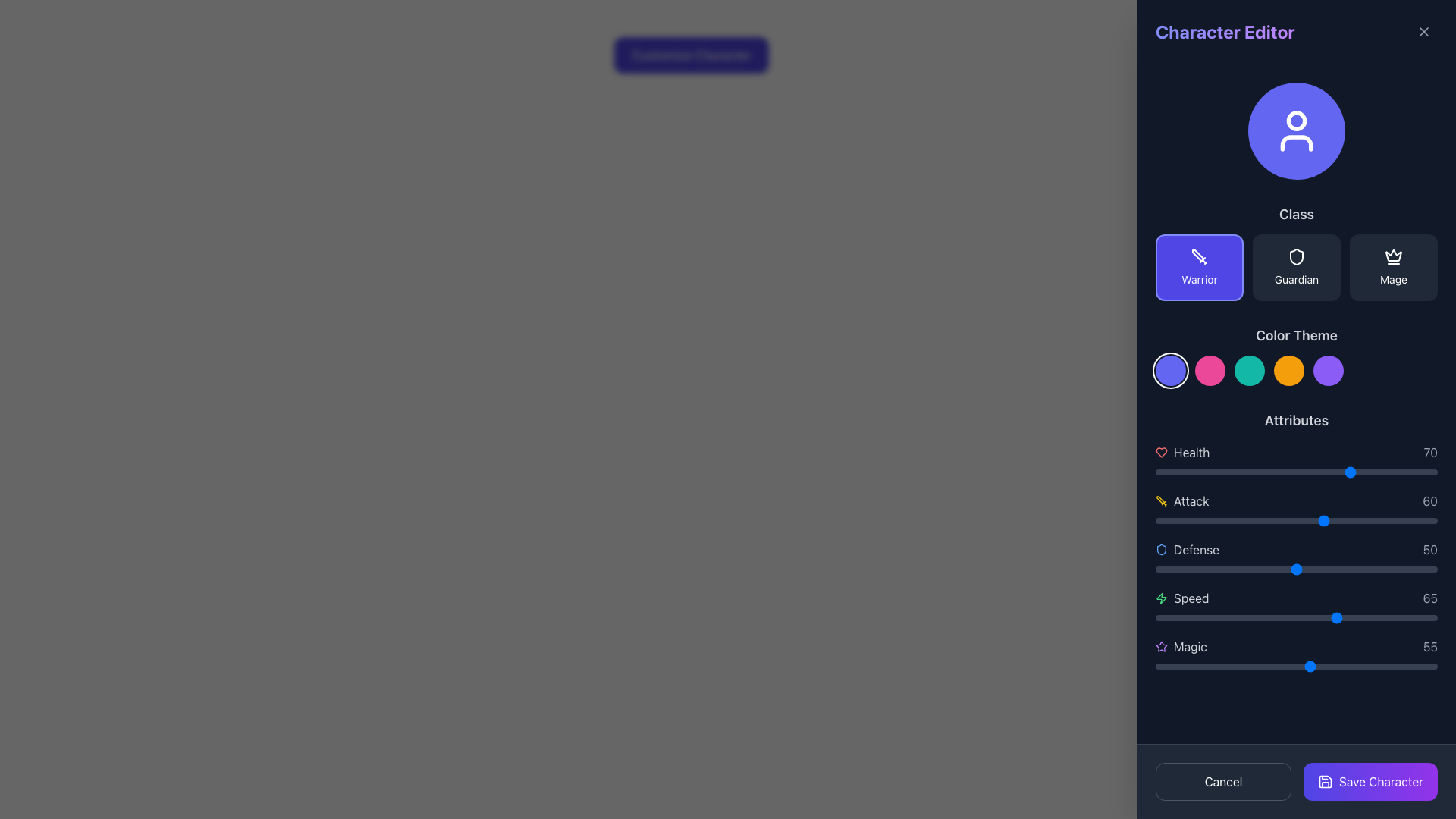  I want to click on health value, so click(1411, 472).